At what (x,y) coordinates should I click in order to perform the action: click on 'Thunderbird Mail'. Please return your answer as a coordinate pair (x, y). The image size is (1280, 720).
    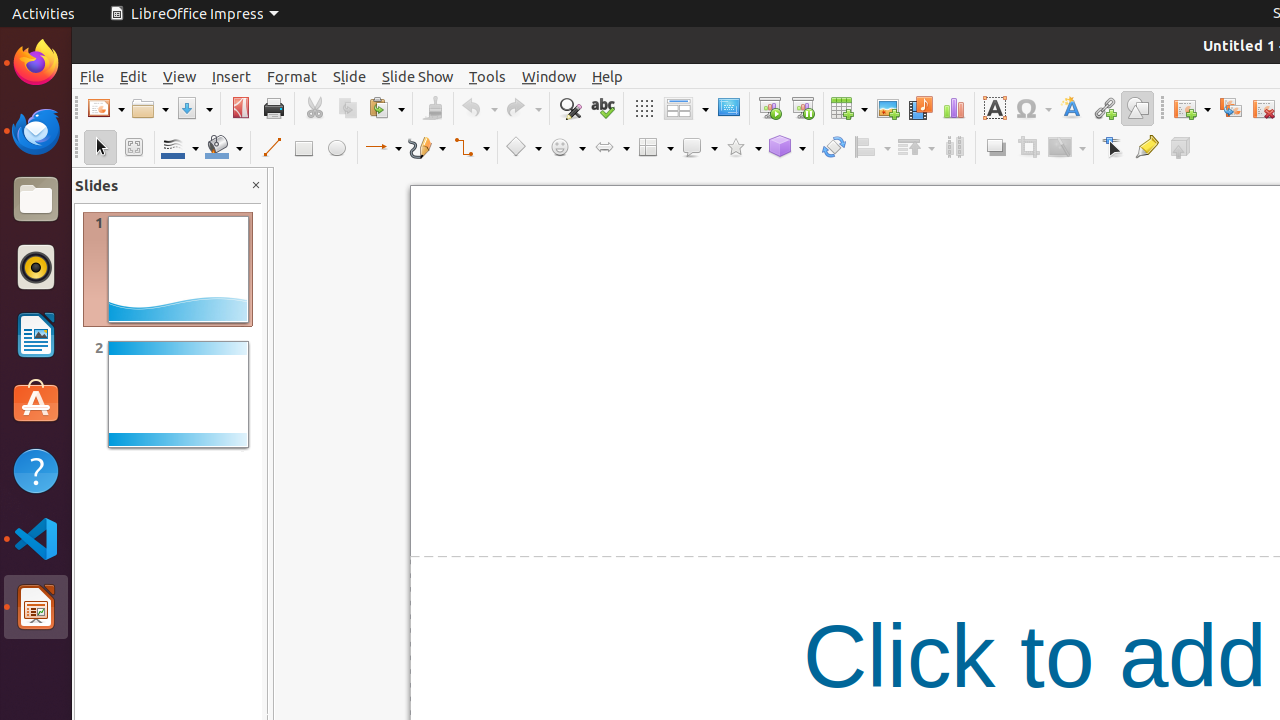
    Looking at the image, I should click on (35, 130).